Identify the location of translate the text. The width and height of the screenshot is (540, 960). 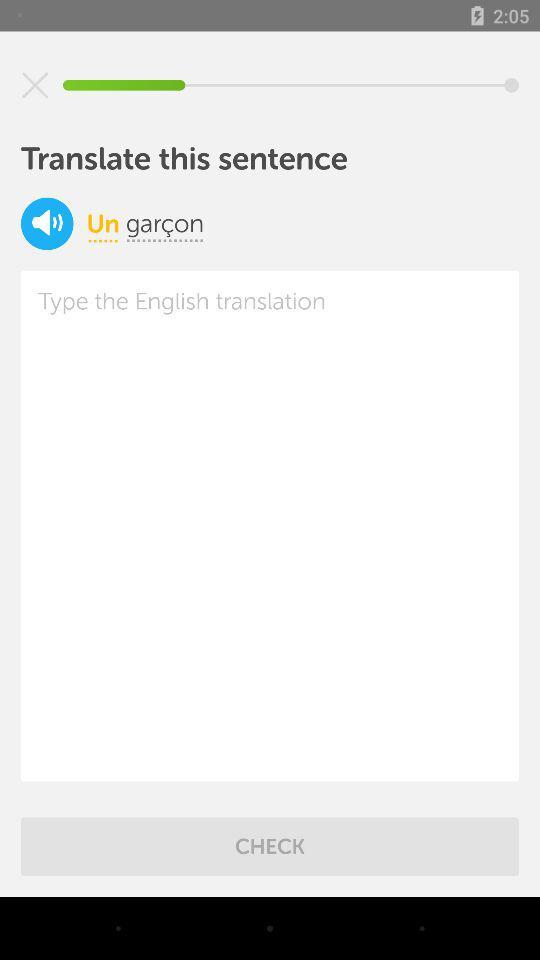
(270, 525).